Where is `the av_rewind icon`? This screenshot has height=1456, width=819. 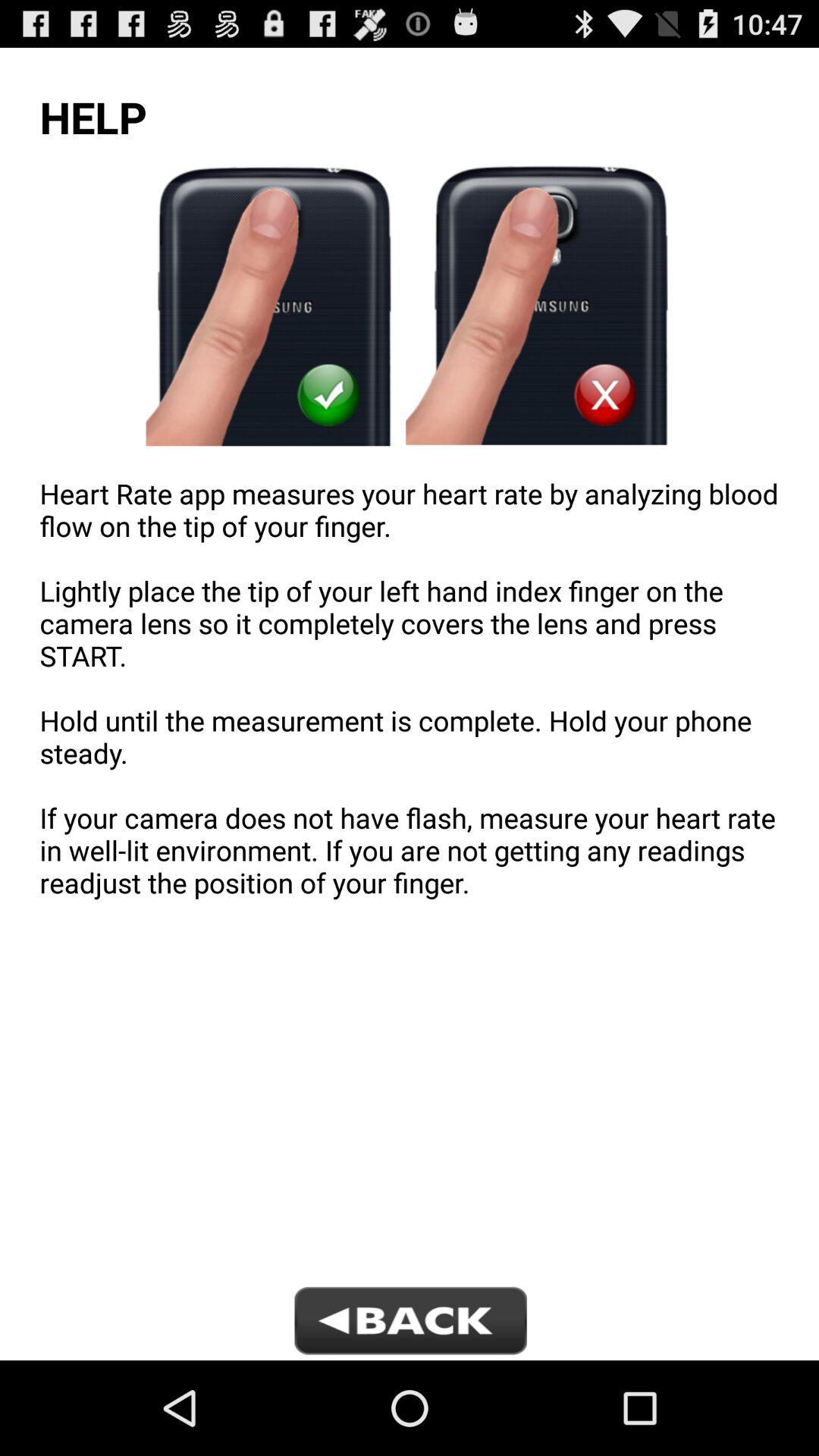 the av_rewind icon is located at coordinates (409, 1415).